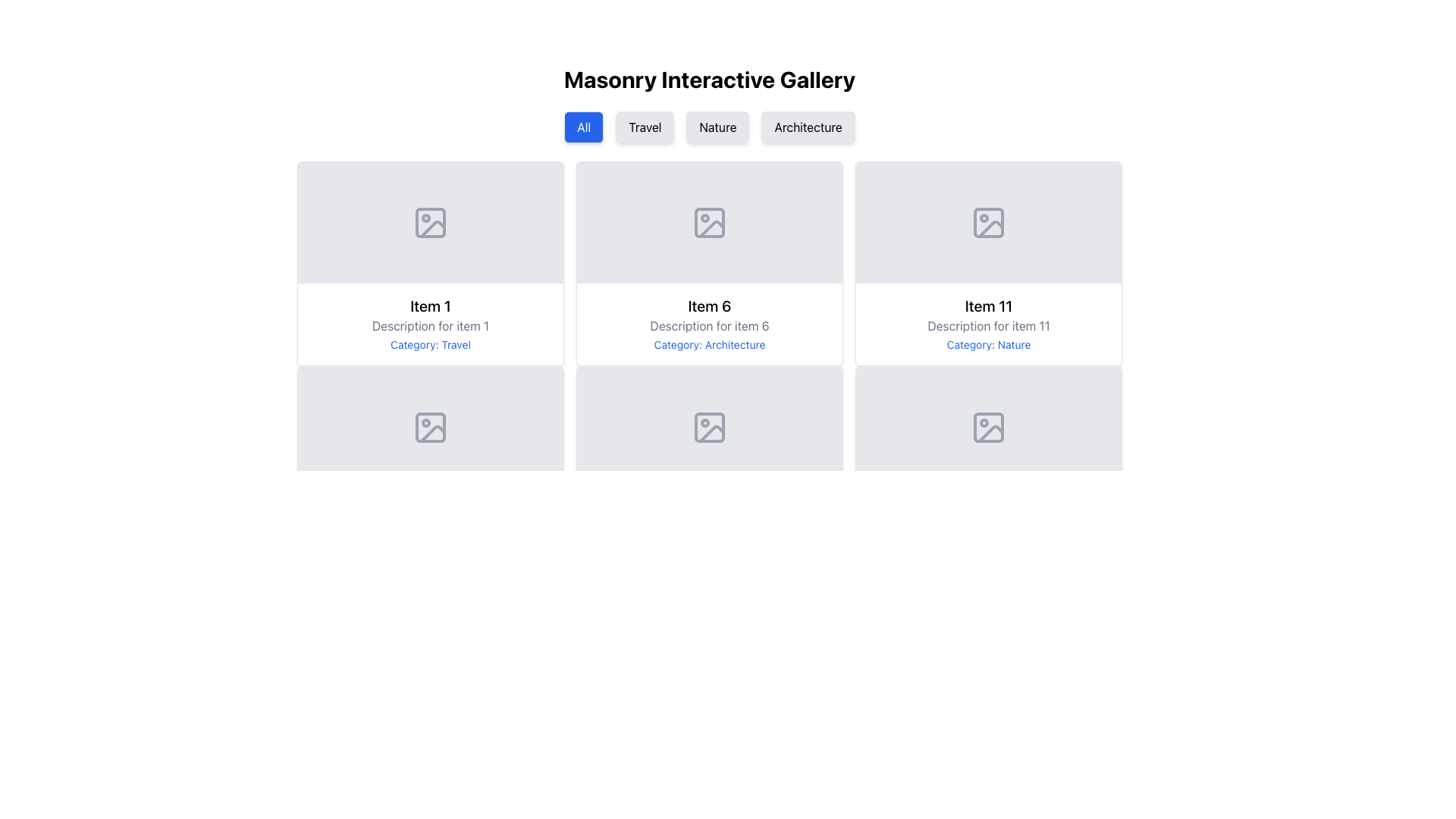 The height and width of the screenshot is (819, 1456). What do you see at coordinates (709, 325) in the screenshot?
I see `the text label that provides additional details about 'Item 6', located beneath the title 'Item 6' and above the category link 'Category: Architecture'` at bounding box center [709, 325].